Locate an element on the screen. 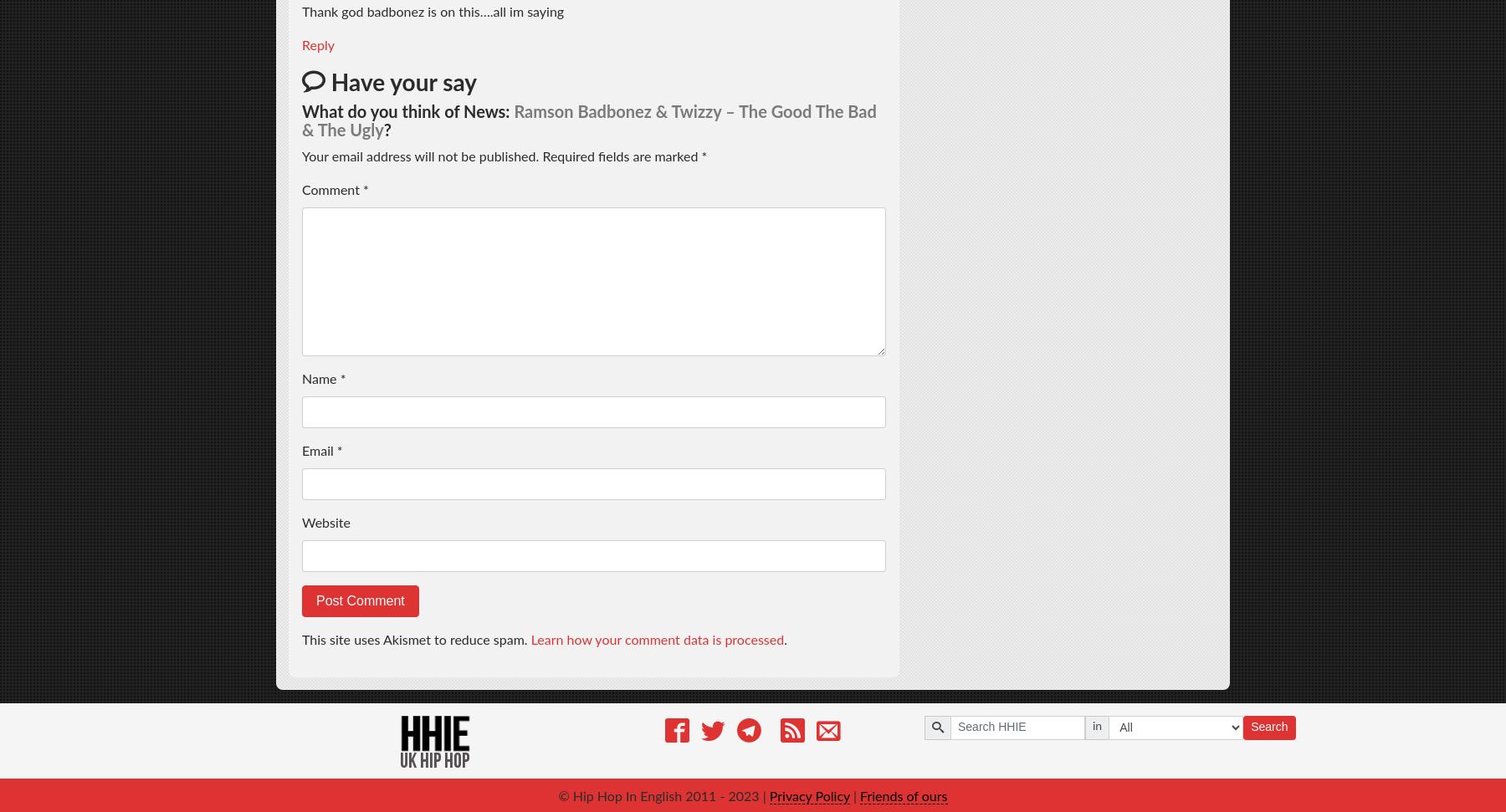 This screenshot has height=812, width=1506. 'Learn how your comment data is processed' is located at coordinates (656, 639).